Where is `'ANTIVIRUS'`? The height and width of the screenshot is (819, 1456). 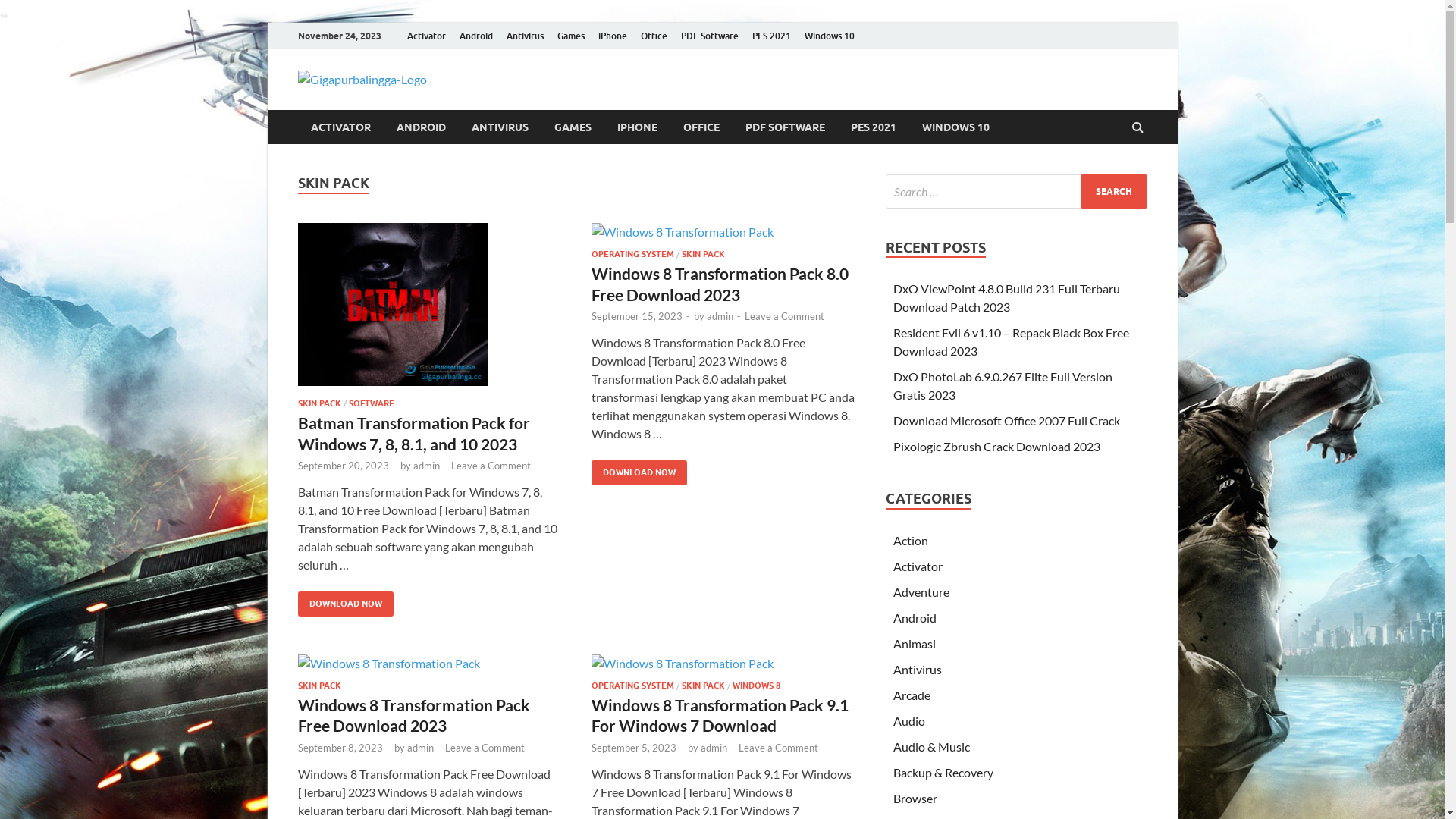 'ANTIVIRUS' is located at coordinates (499, 126).